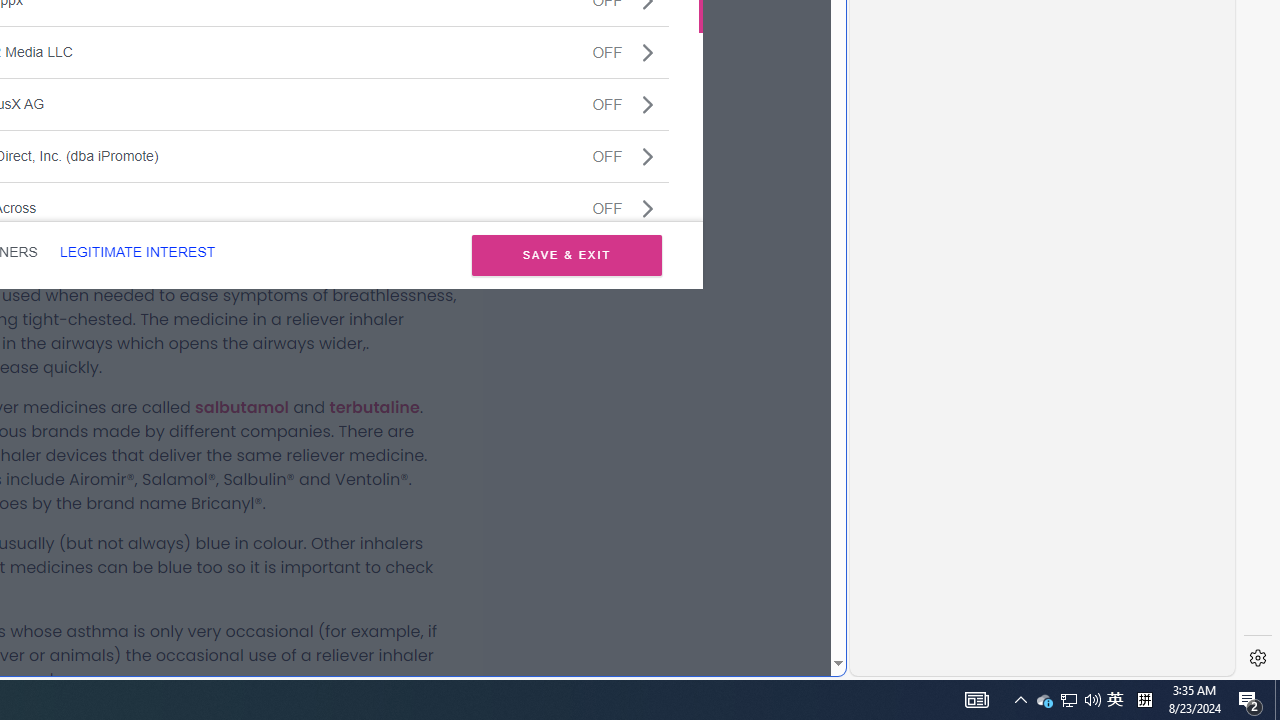  I want to click on 'SAVE & EXIT', so click(566, 254).